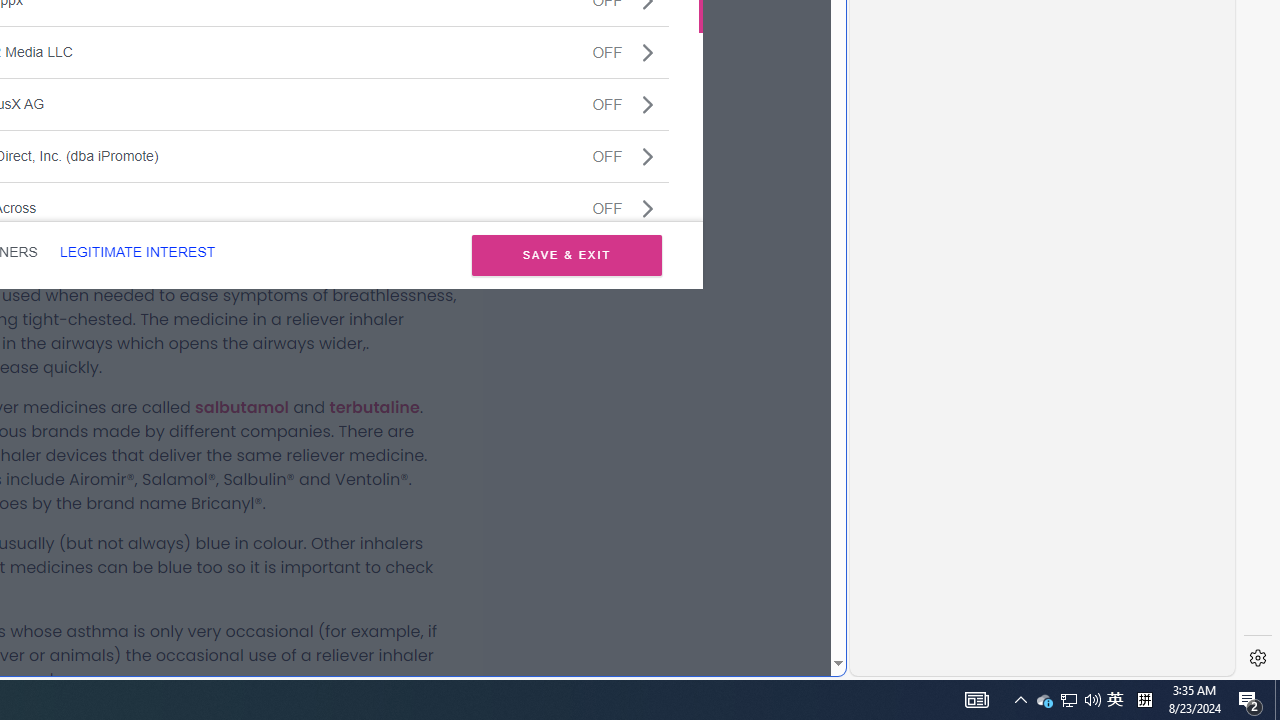  I want to click on 'SAVE & EXIT', so click(566, 254).